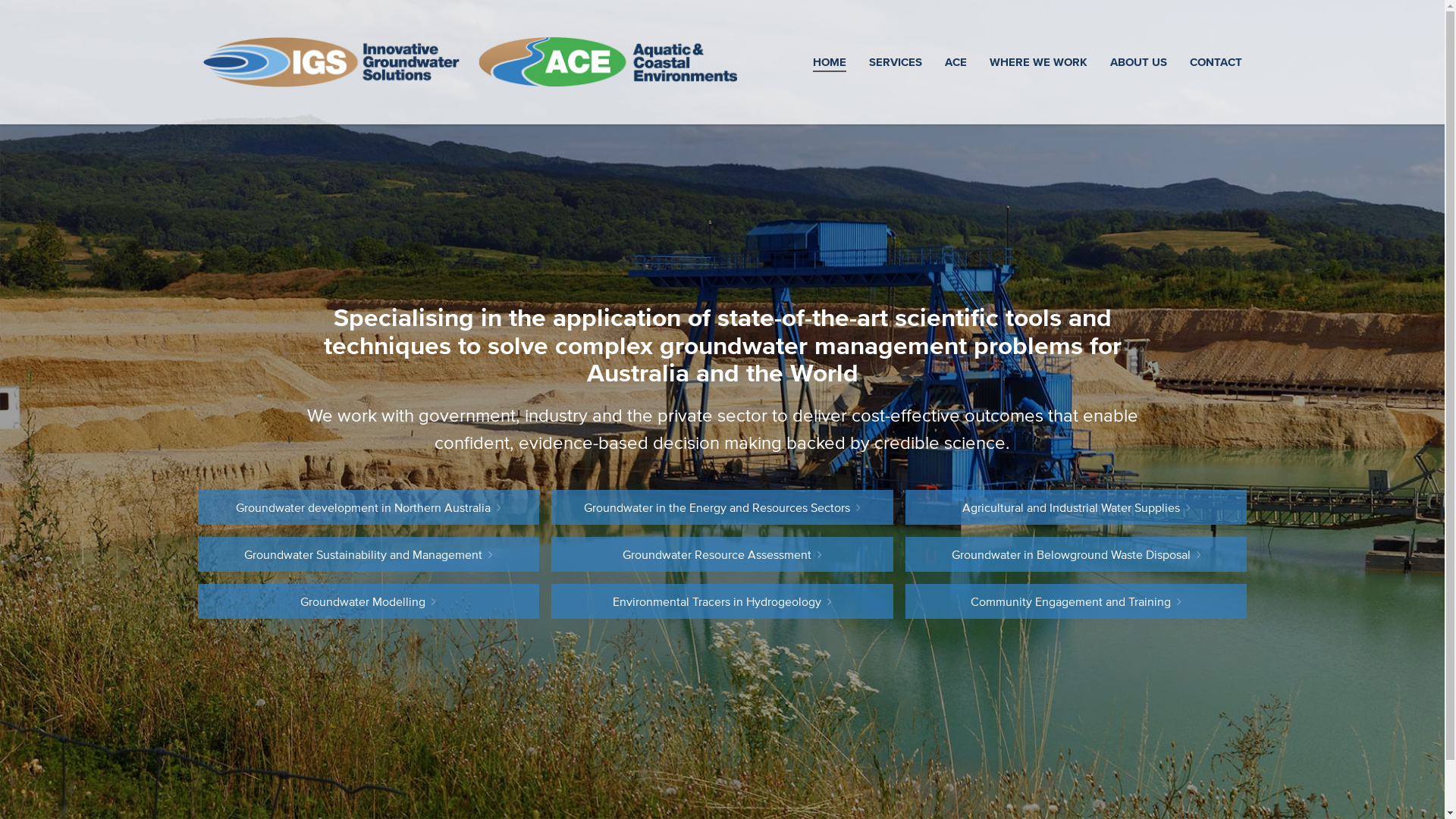  Describe the element at coordinates (605, 61) in the screenshot. I see `'Aquatic and Coastal Environments'` at that location.